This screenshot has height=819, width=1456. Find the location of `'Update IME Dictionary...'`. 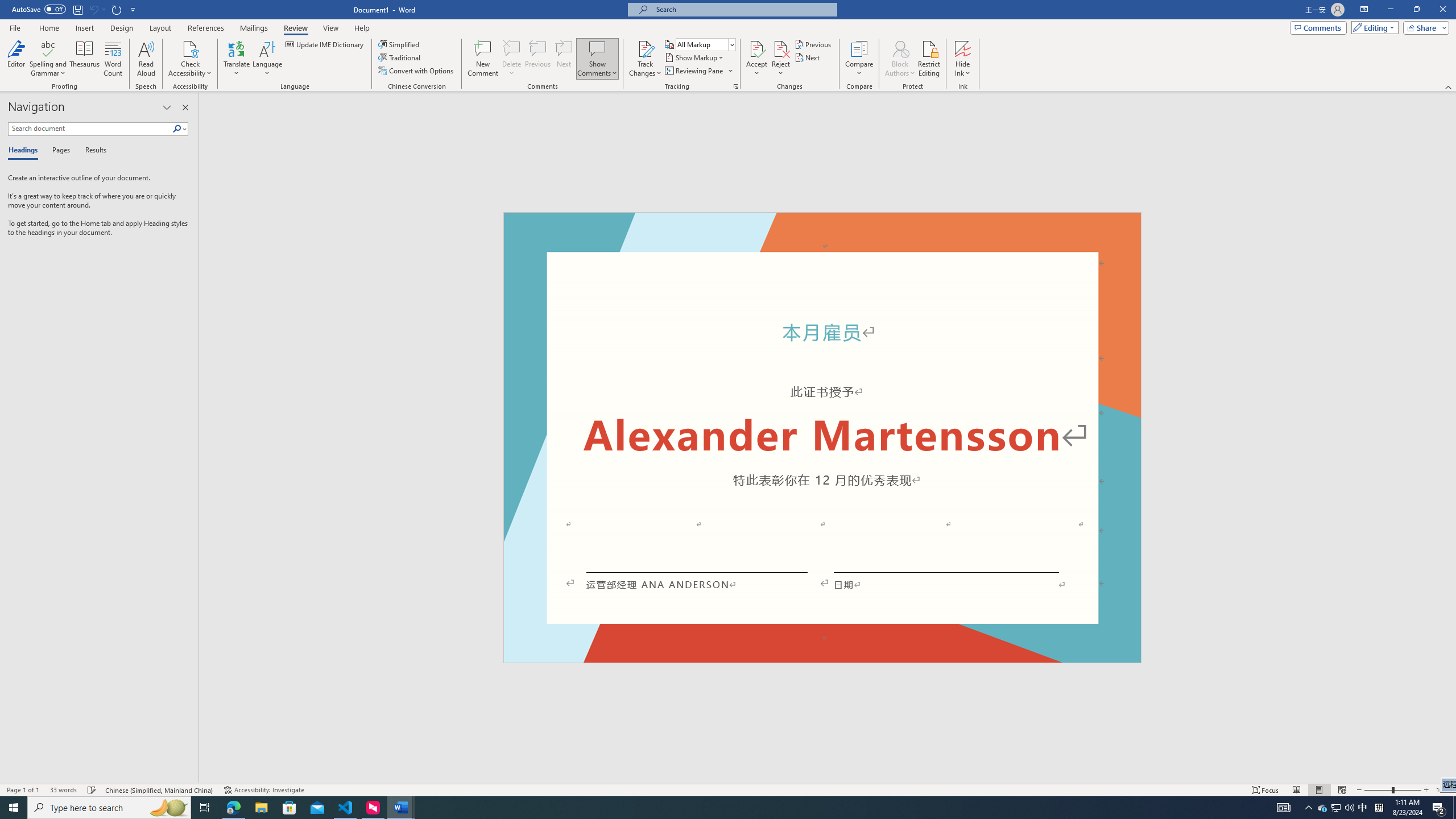

'Update IME Dictionary...' is located at coordinates (325, 44).